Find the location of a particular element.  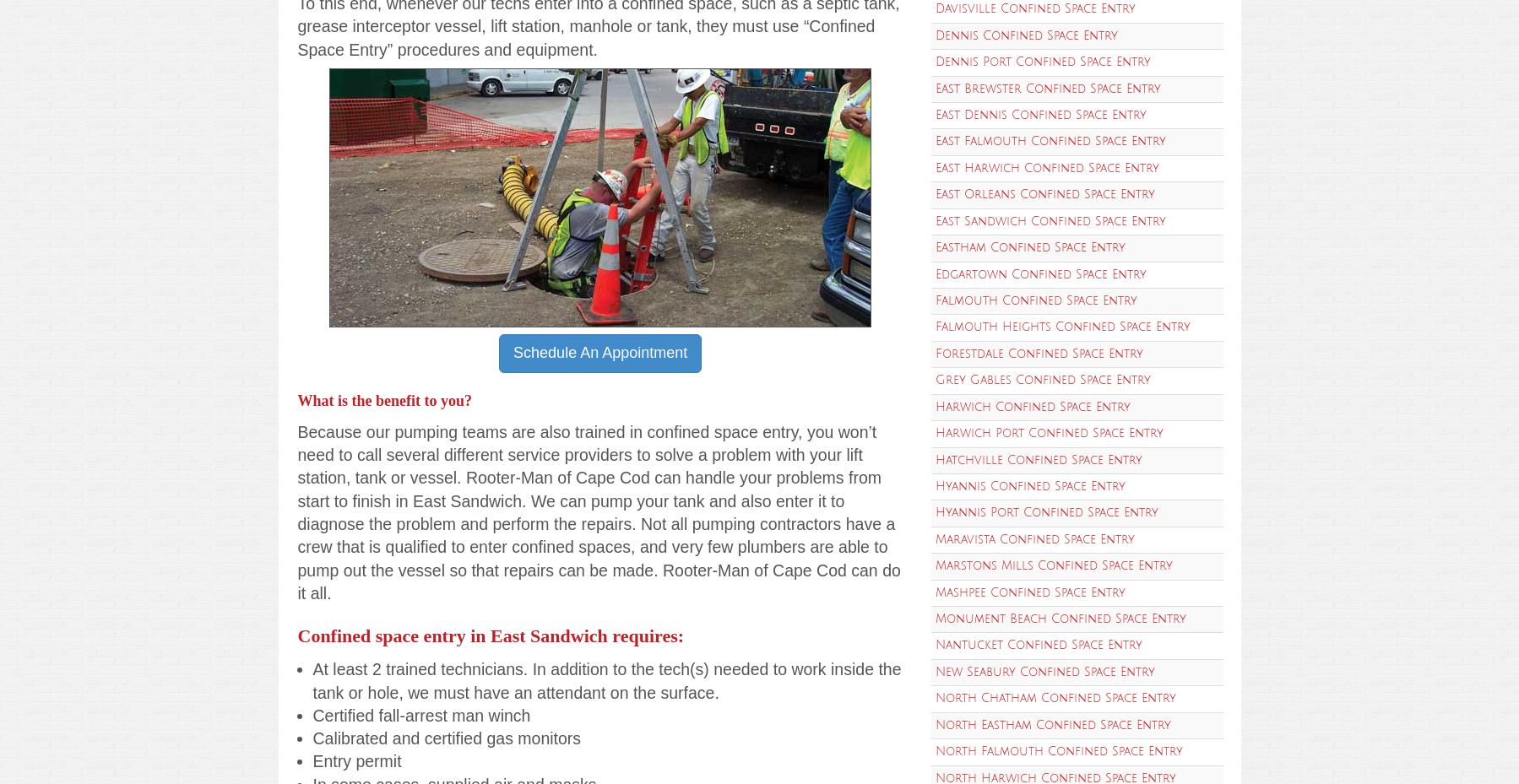

'North Eastham Confined Space Entry' is located at coordinates (1052, 724).